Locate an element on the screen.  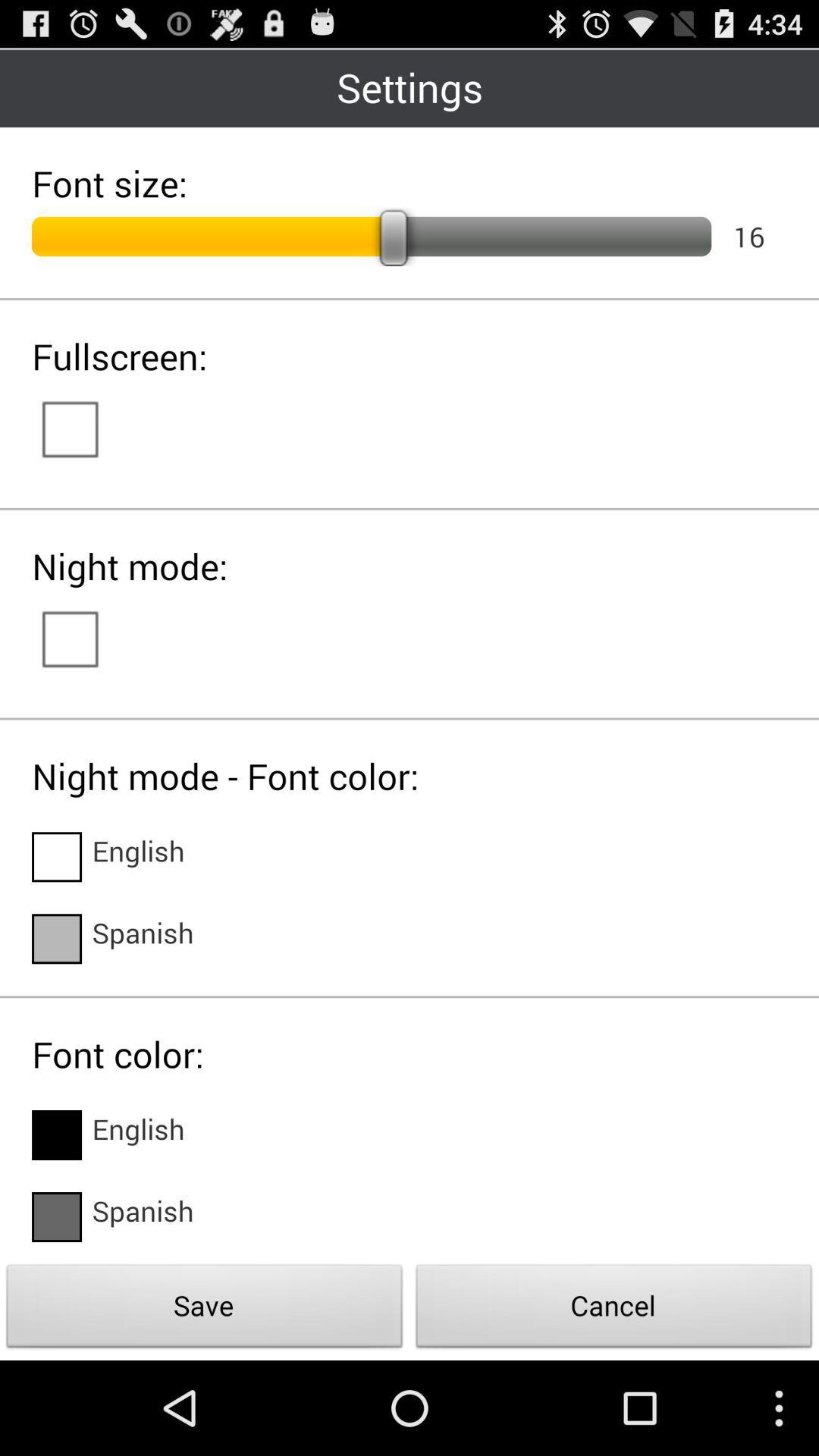
english language is located at coordinates (55, 857).